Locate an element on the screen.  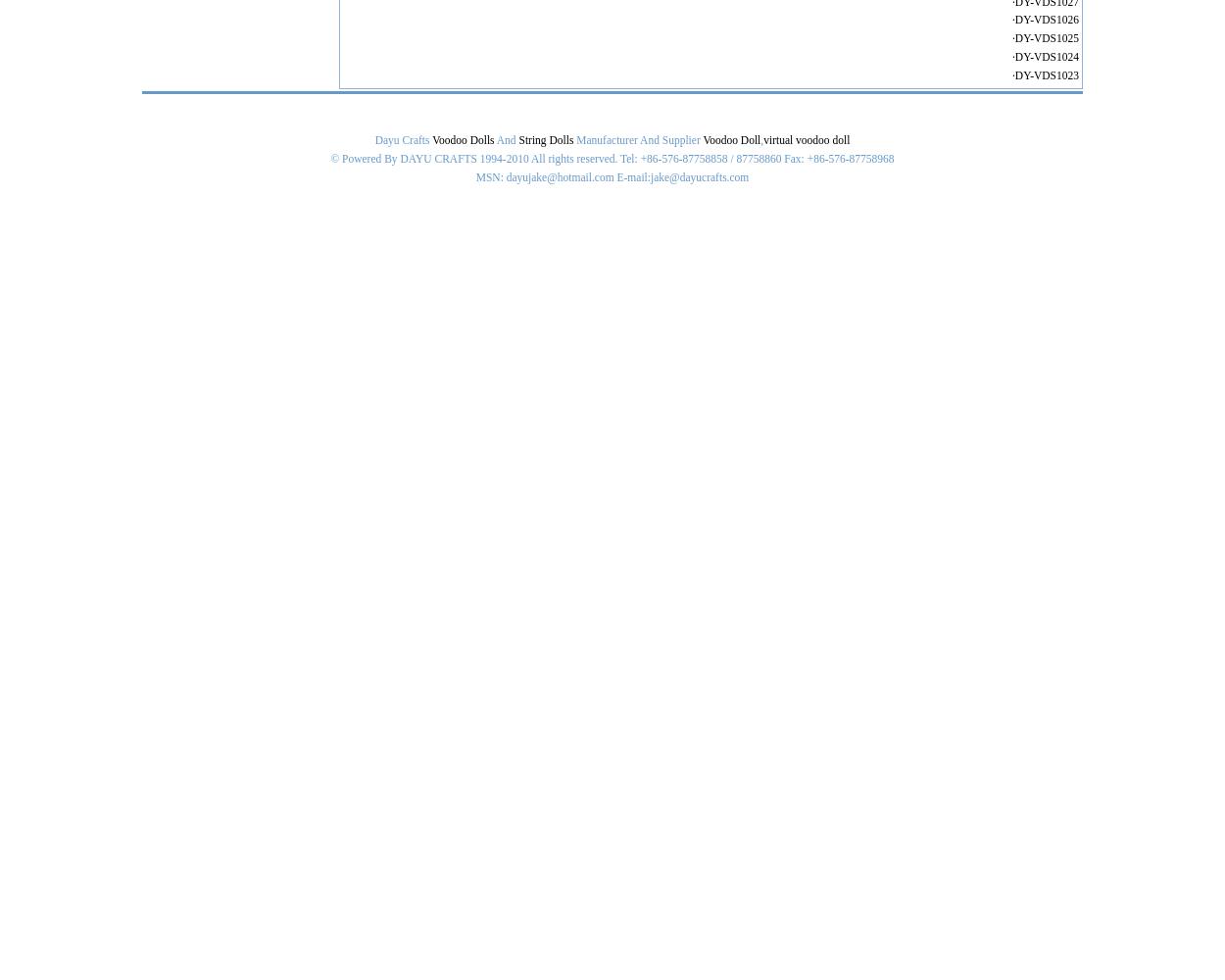
'DY-VDS1026' is located at coordinates (1046, 20).